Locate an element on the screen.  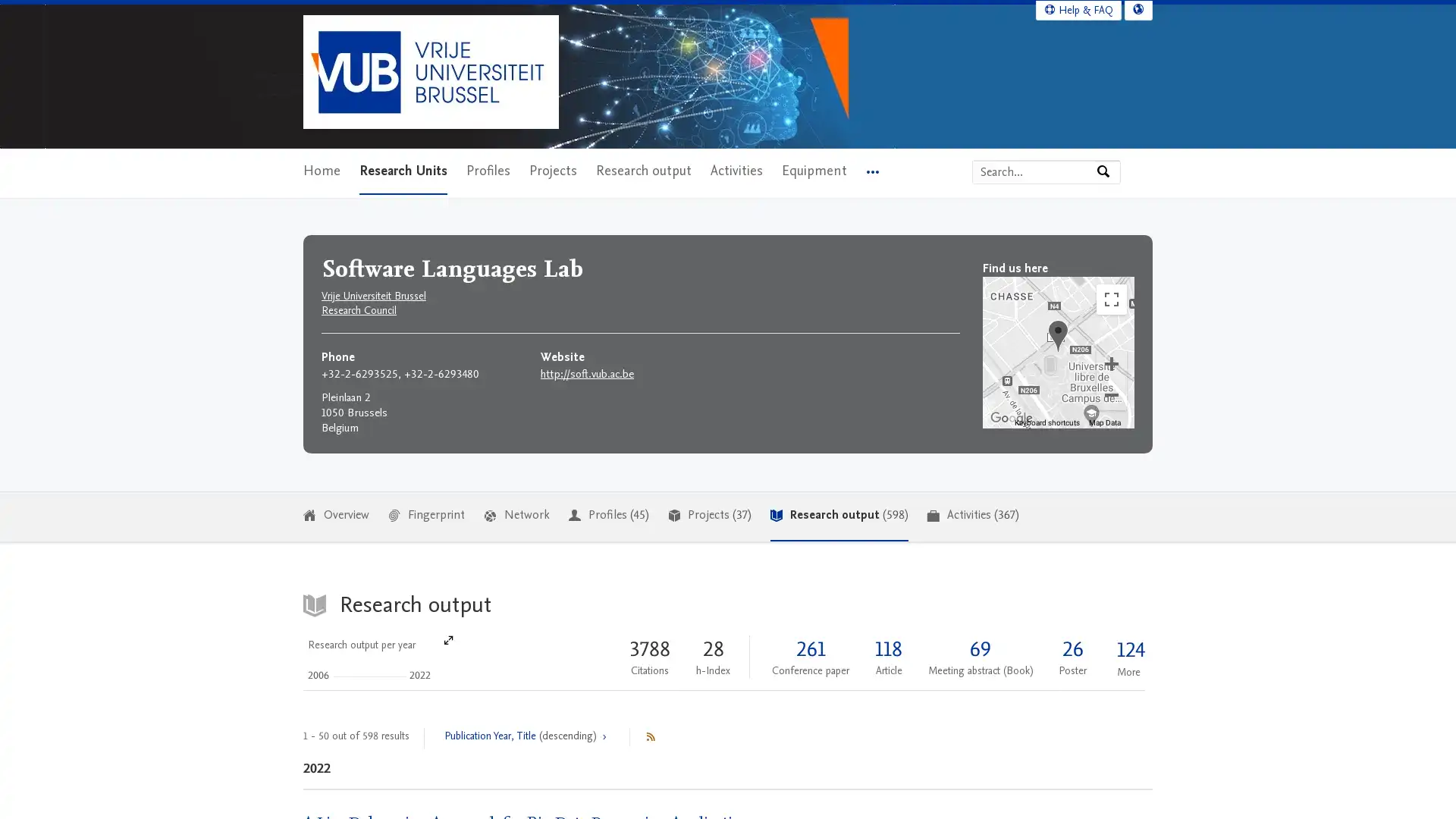
Select language is located at coordinates (1138, 9).